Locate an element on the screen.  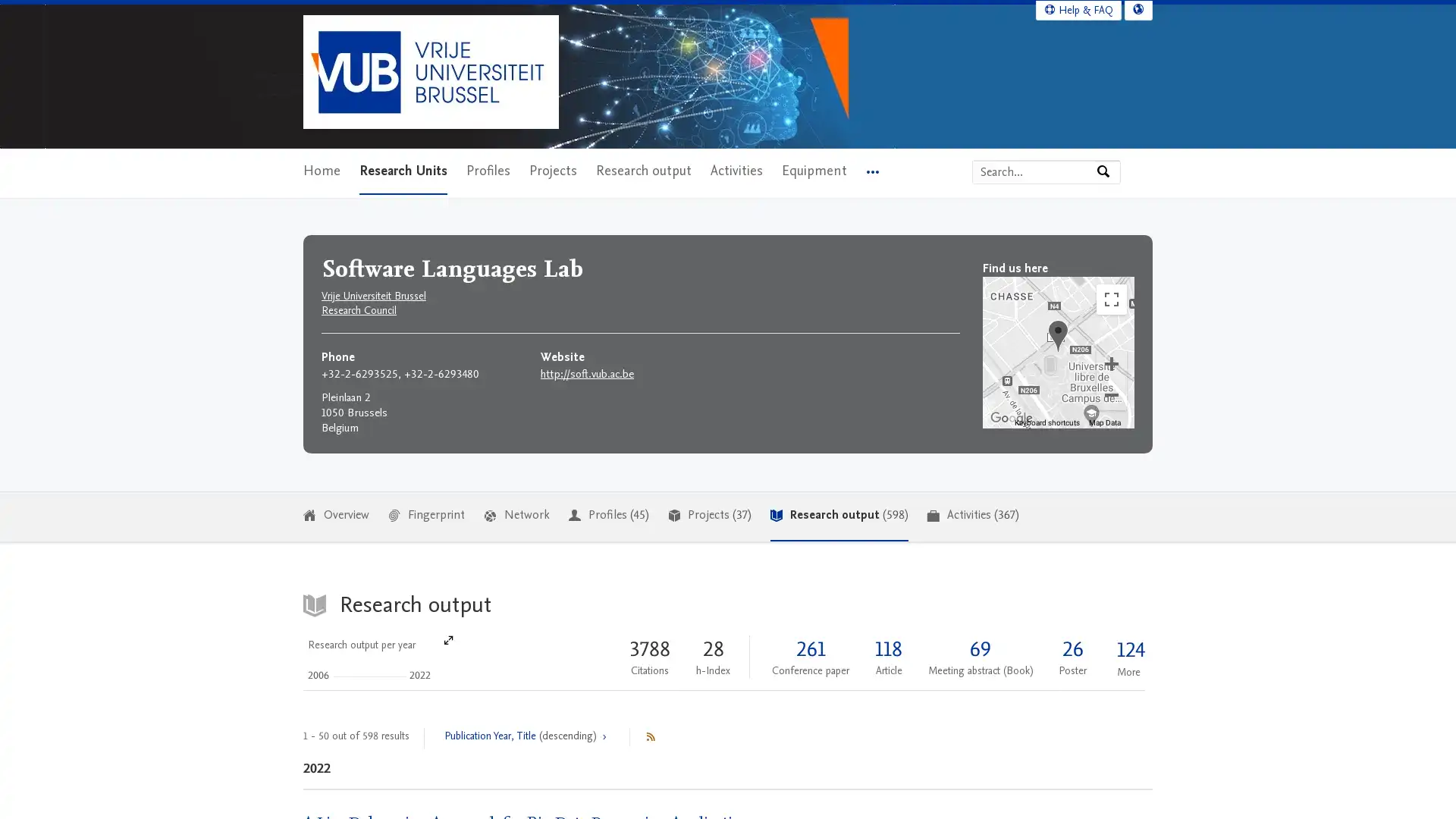
Select language is located at coordinates (1138, 9).